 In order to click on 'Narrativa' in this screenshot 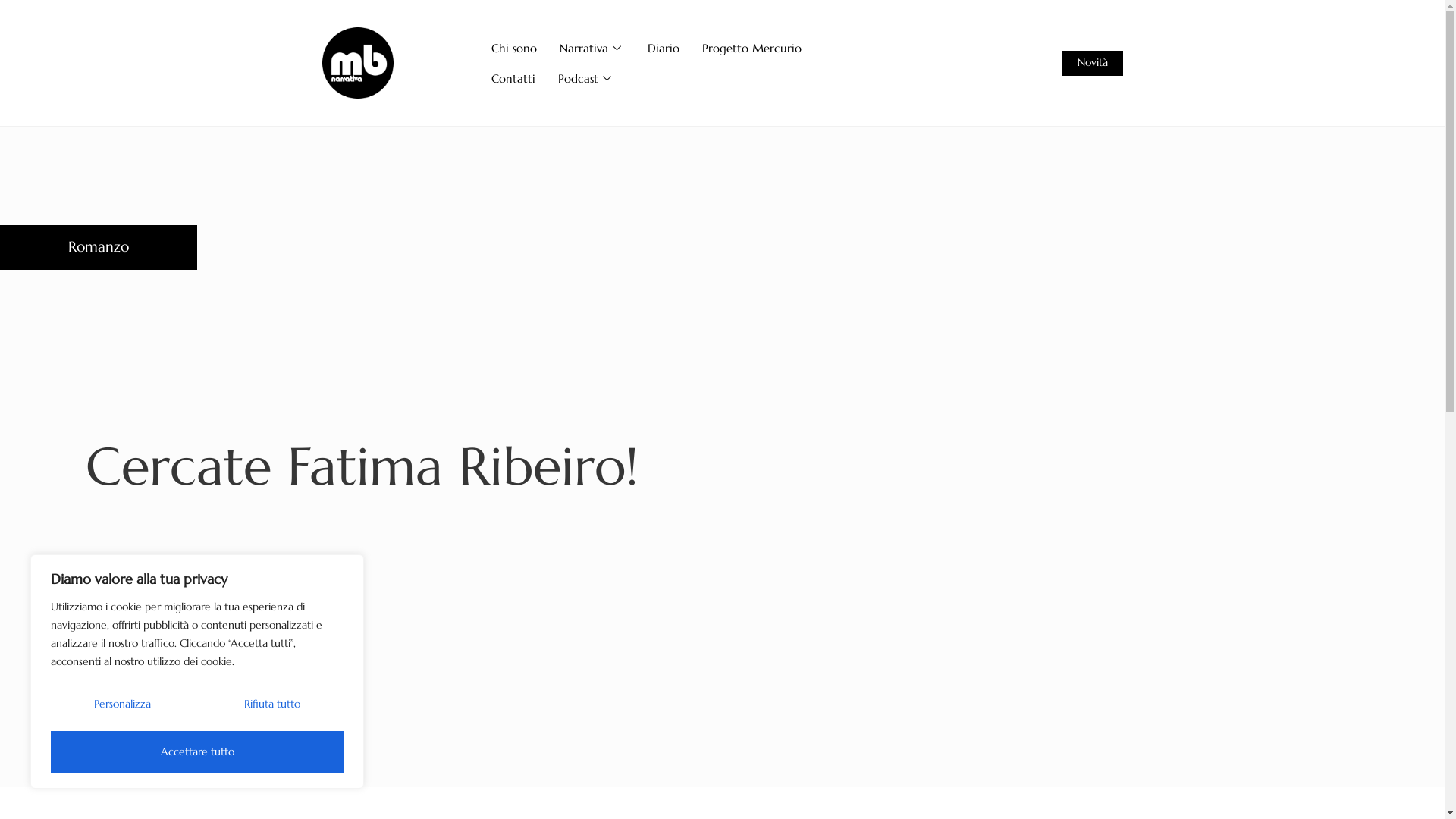, I will do `click(591, 46)`.